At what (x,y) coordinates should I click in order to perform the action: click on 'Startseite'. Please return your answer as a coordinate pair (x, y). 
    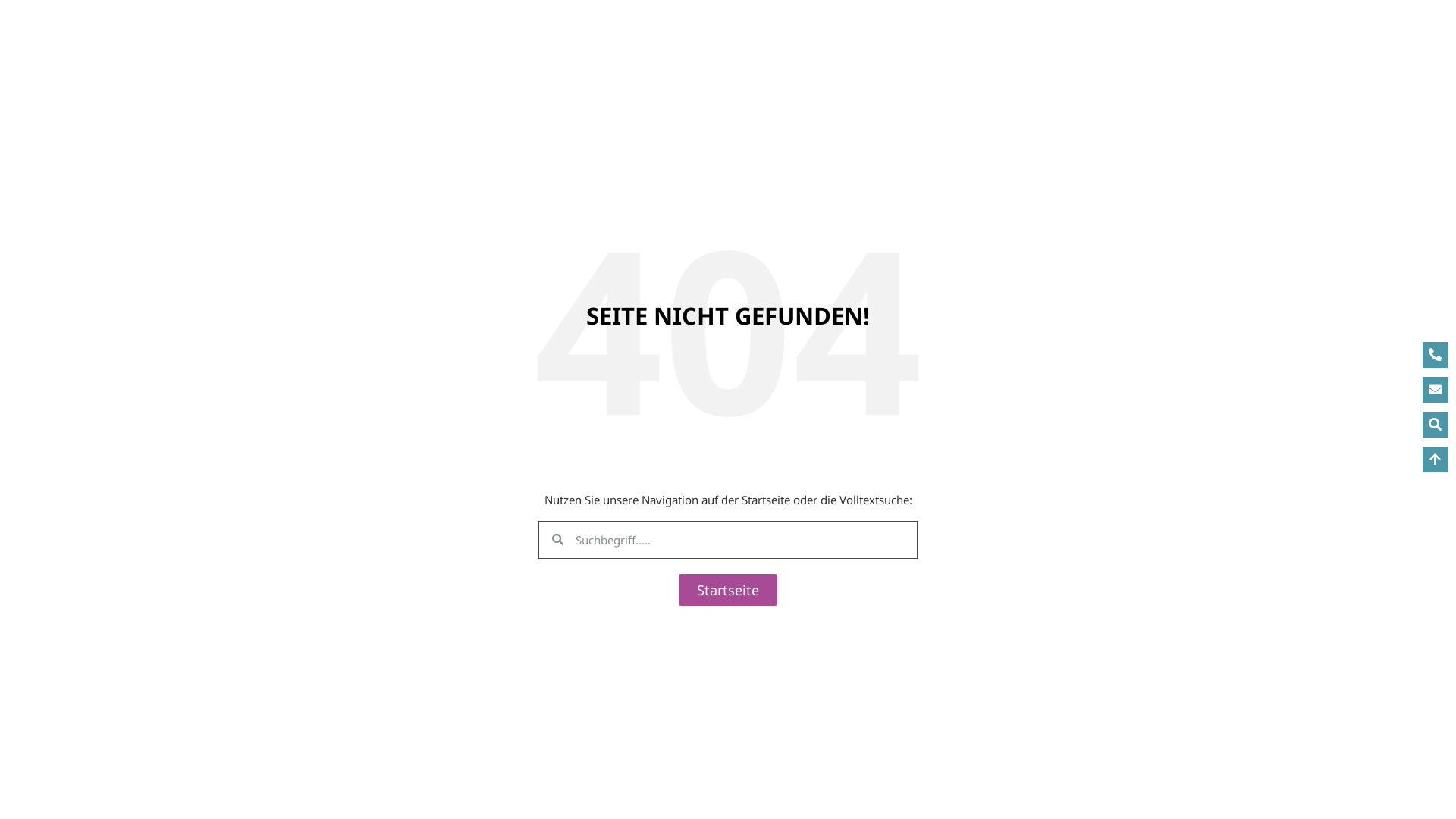
    Looking at the image, I should click on (728, 588).